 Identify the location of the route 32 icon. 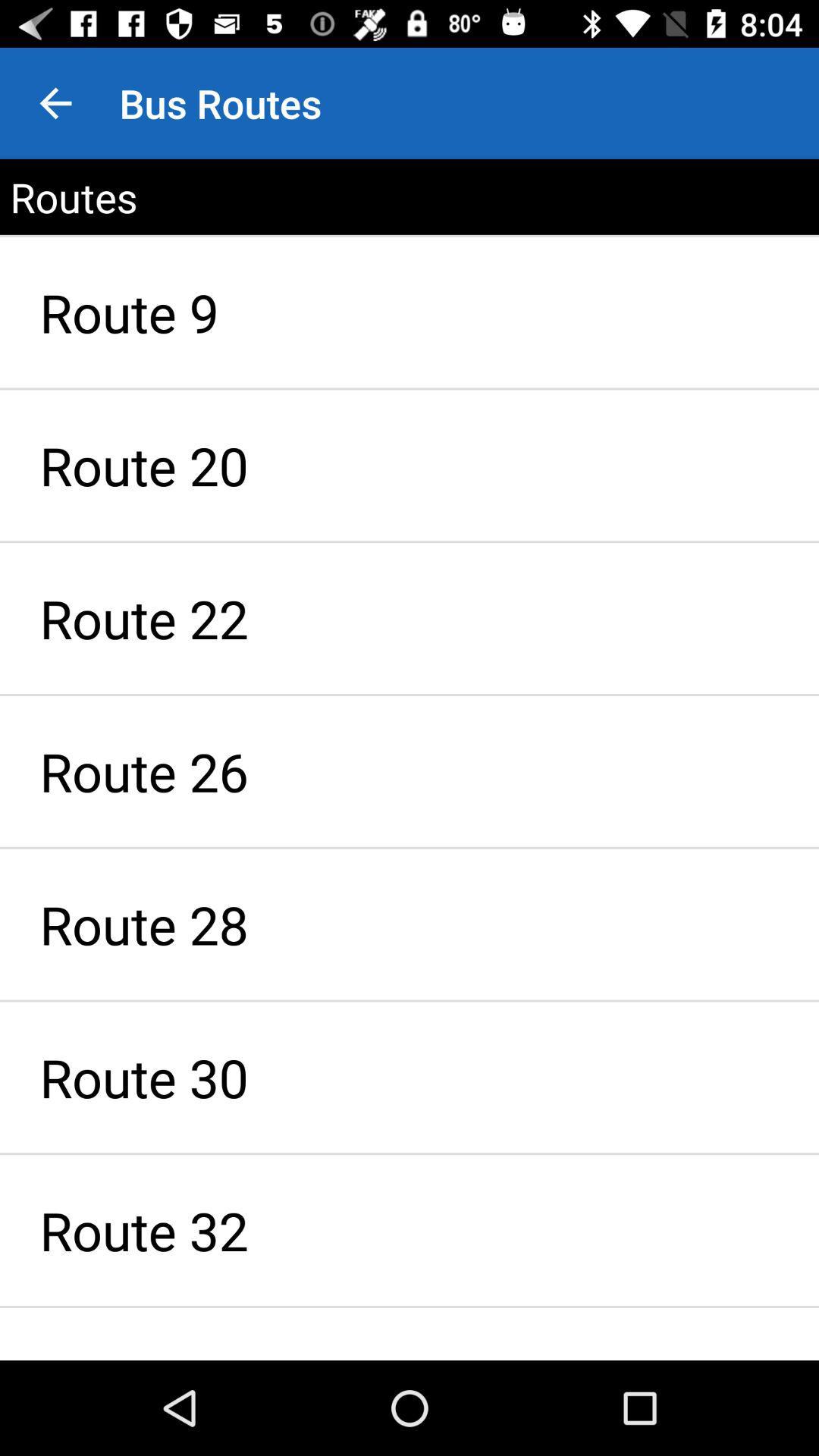
(409, 1230).